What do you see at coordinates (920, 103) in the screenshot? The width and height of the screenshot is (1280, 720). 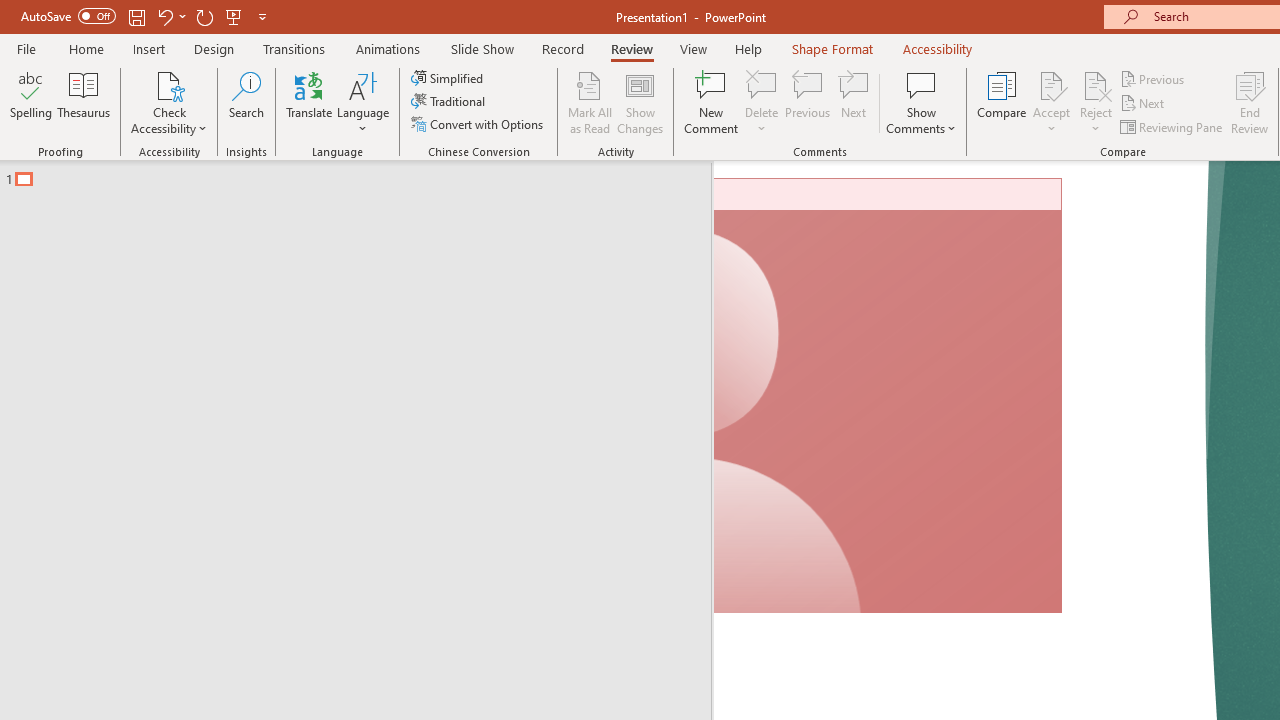 I see `'Show Comments'` at bounding box center [920, 103].